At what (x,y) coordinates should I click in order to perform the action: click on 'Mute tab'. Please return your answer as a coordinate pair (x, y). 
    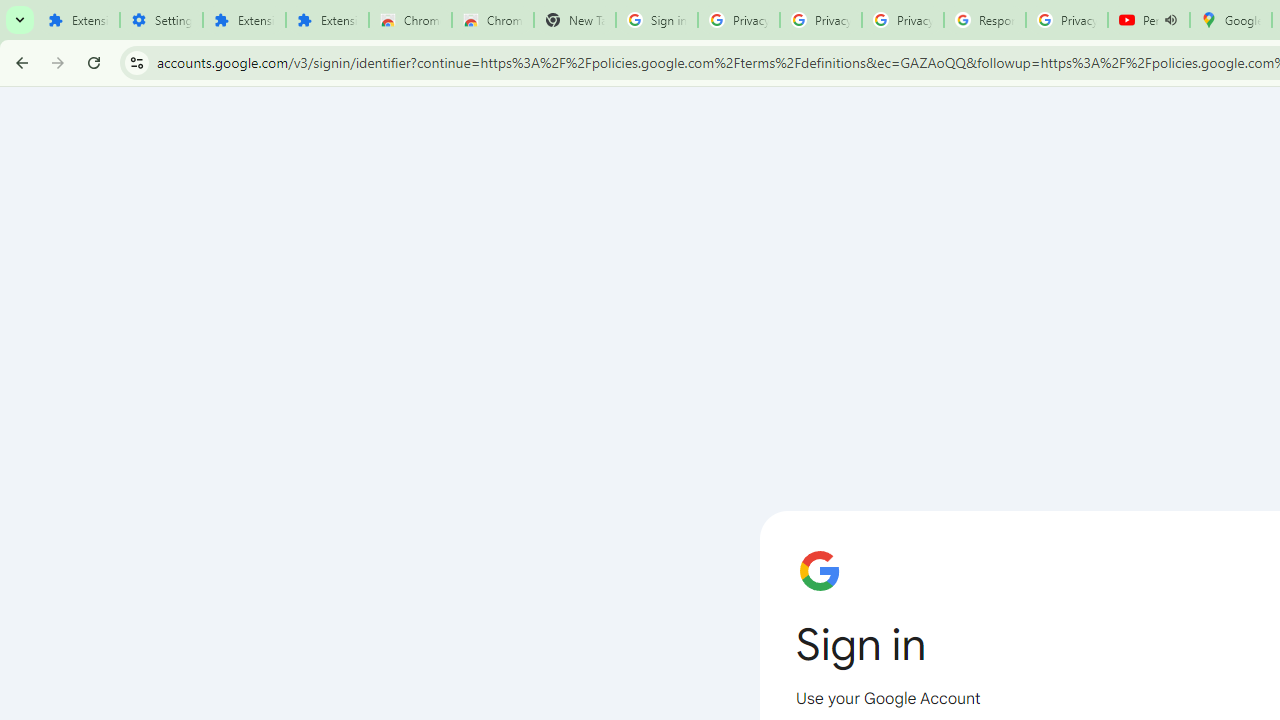
    Looking at the image, I should click on (1171, 20).